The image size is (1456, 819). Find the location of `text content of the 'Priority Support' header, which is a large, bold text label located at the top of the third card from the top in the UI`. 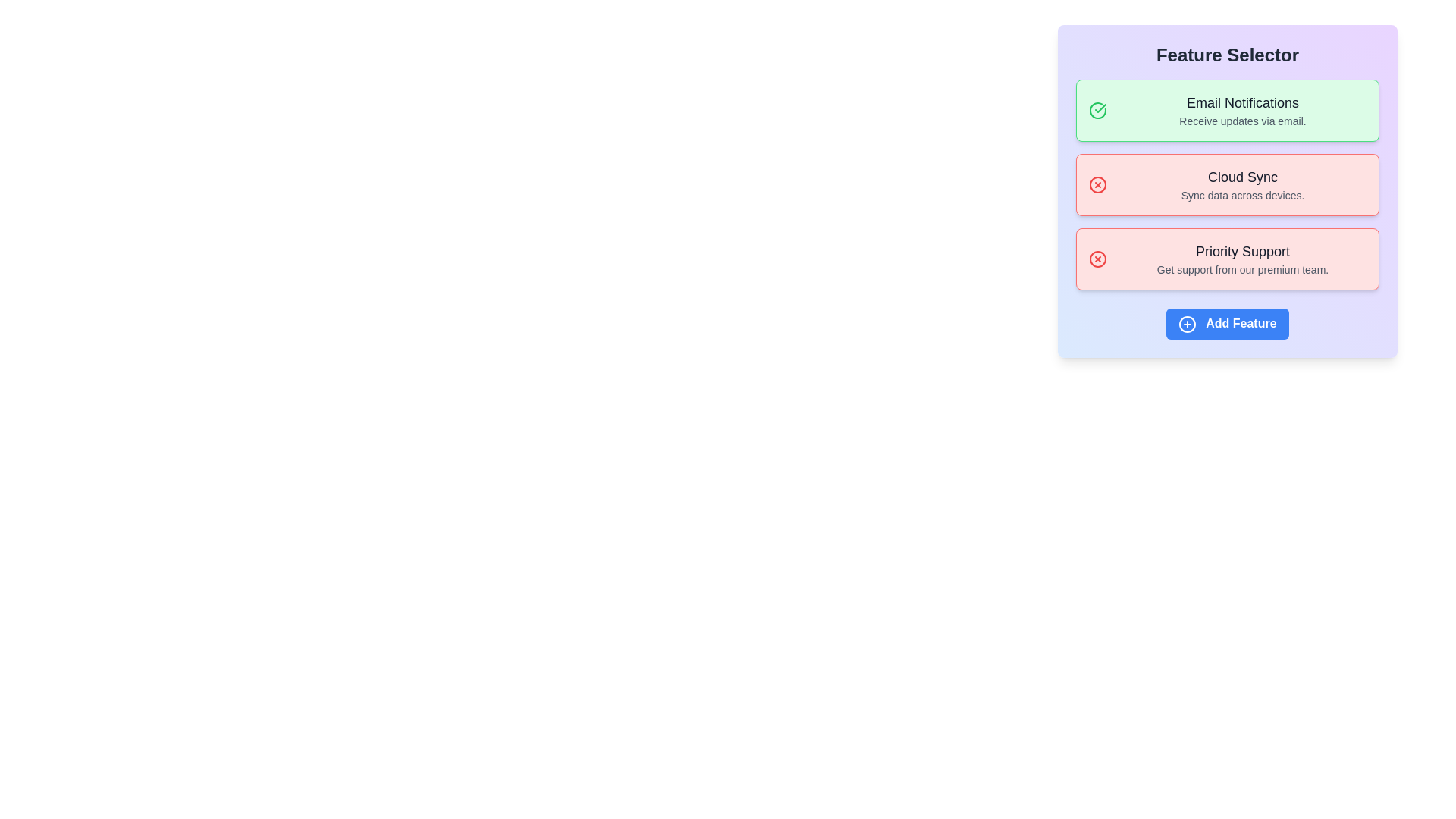

text content of the 'Priority Support' header, which is a large, bold text label located at the top of the third card from the top in the UI is located at coordinates (1242, 250).